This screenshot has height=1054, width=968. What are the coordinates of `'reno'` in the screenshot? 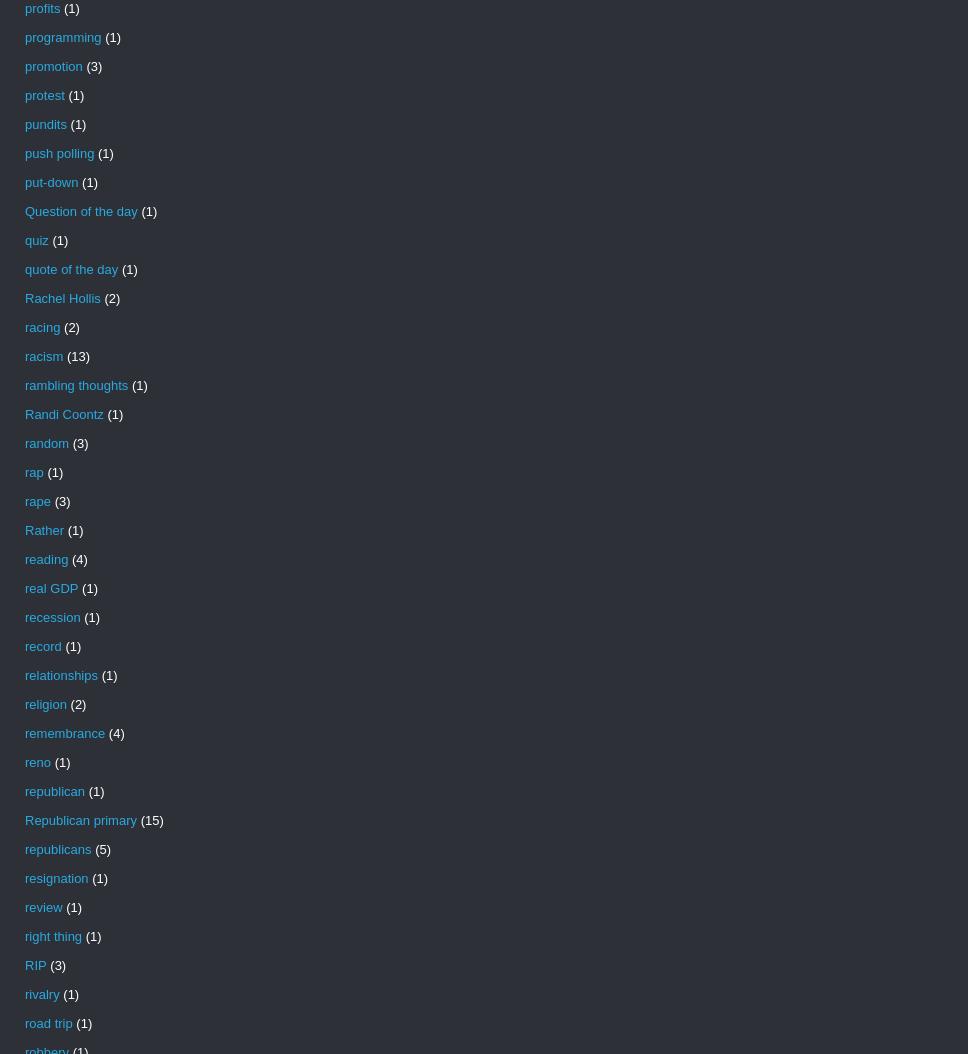 It's located at (38, 762).